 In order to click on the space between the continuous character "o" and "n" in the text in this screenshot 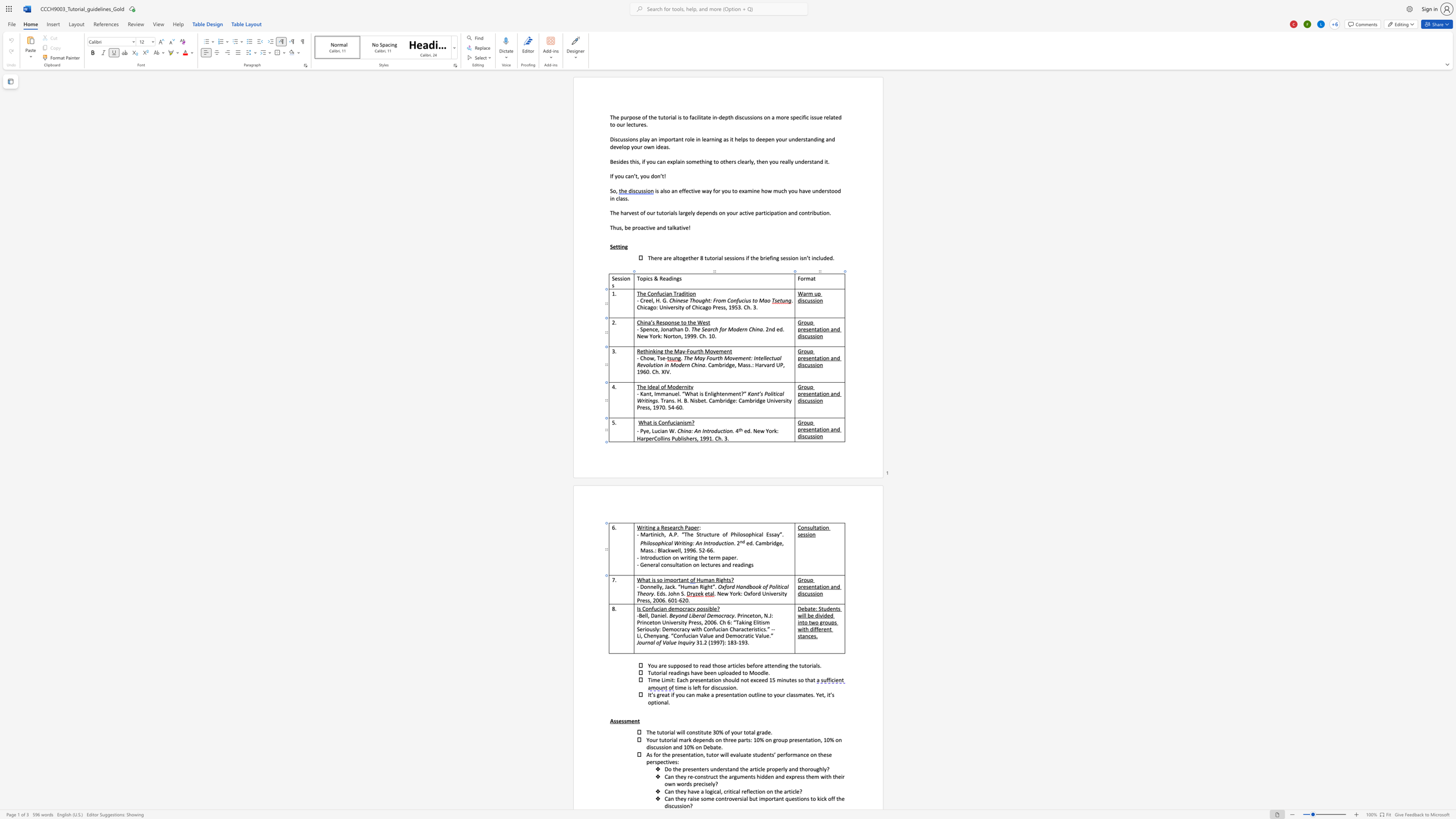, I will do `click(730, 543)`.